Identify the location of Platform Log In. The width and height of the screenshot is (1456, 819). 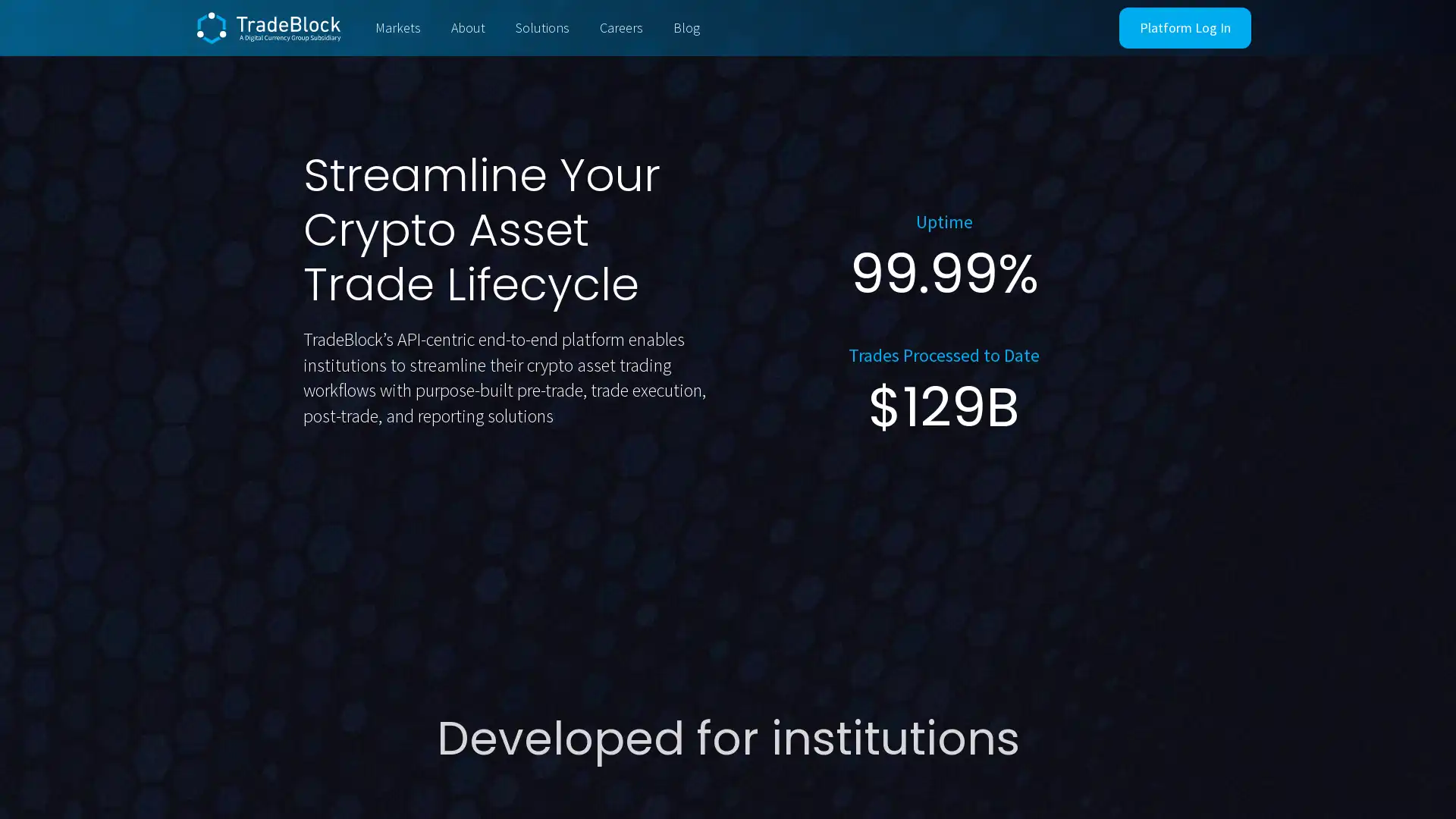
(1185, 28).